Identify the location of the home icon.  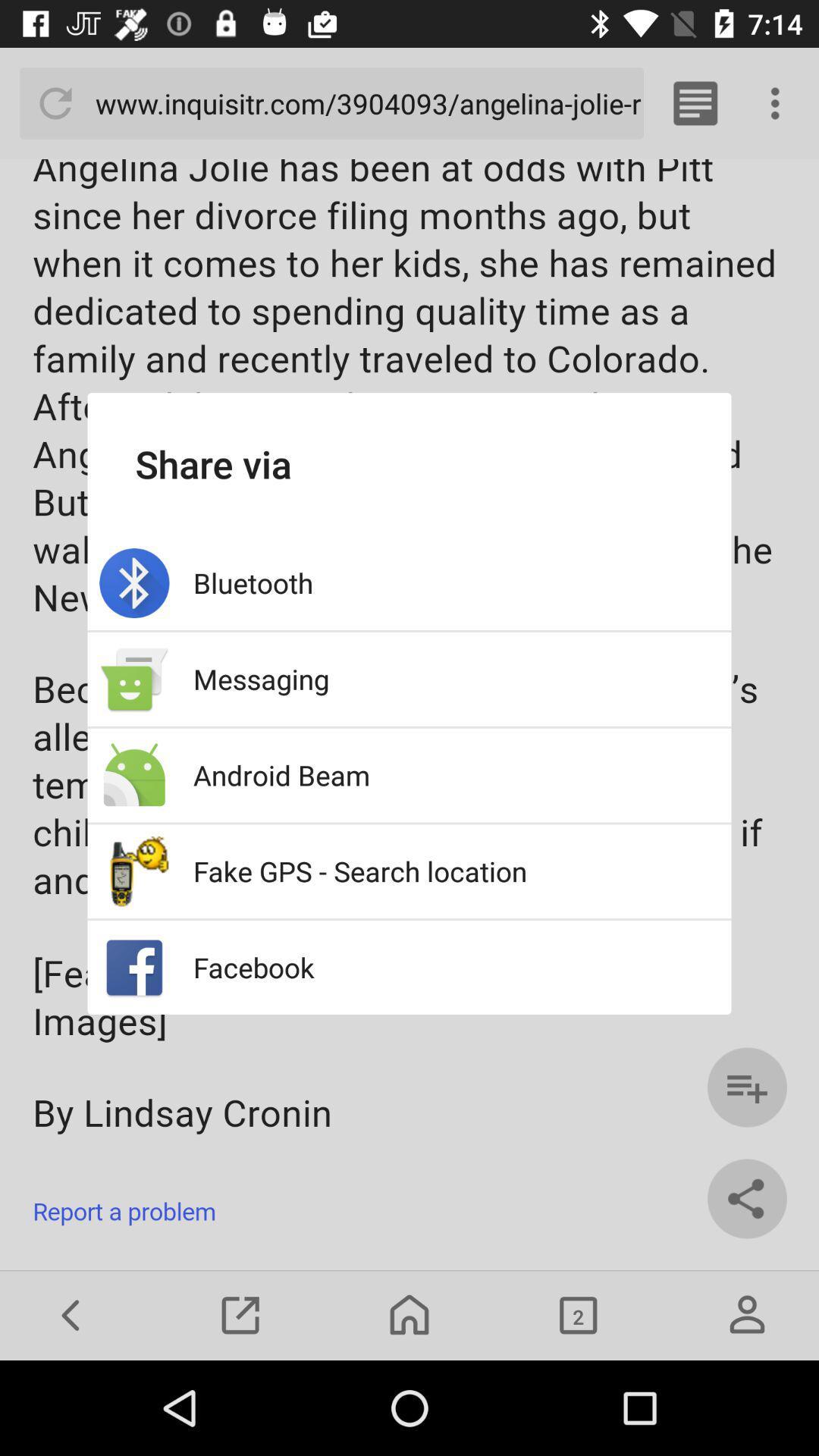
(409, 1314).